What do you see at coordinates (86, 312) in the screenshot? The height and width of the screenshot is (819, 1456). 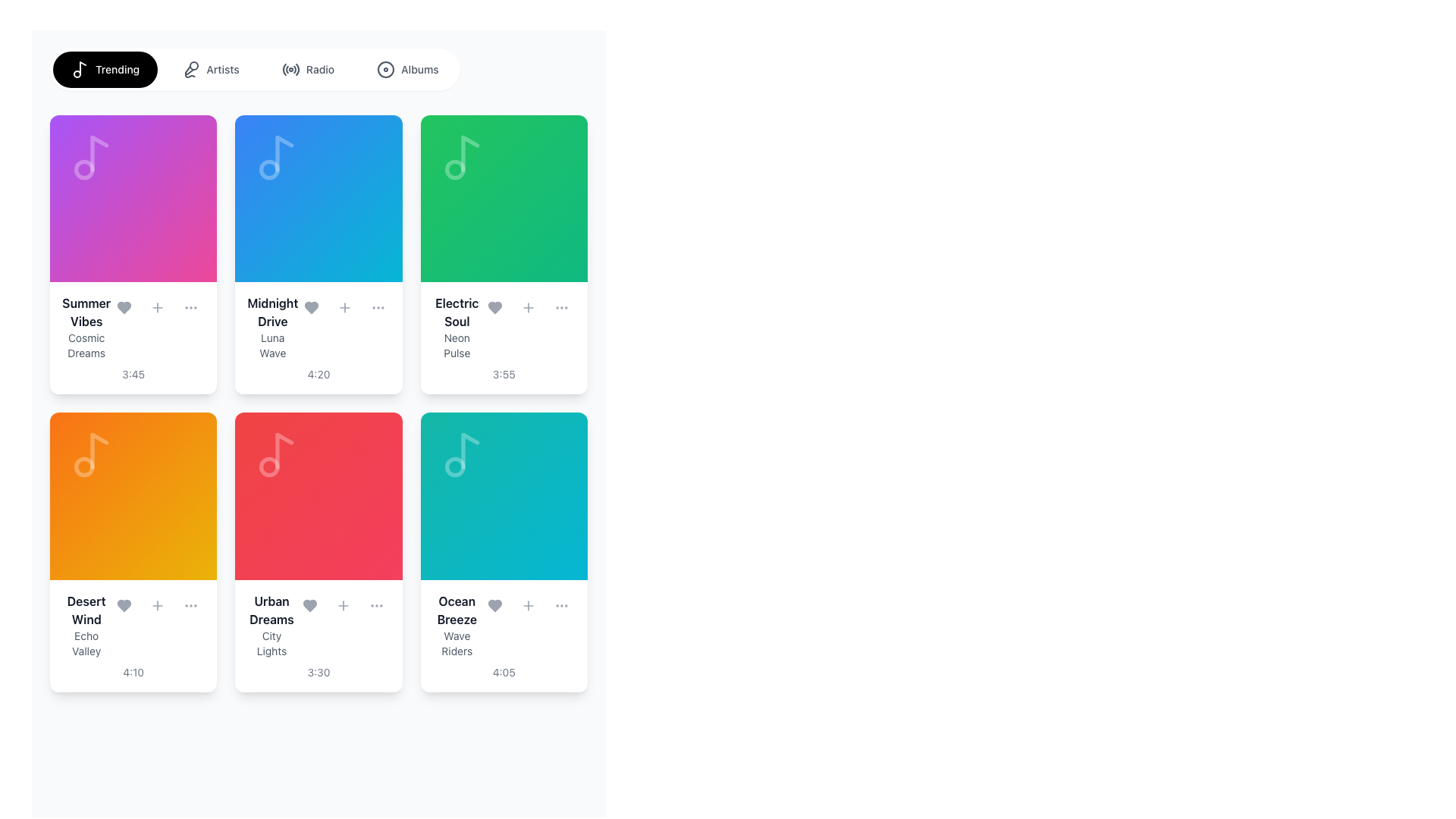 I see `text from the title label of the music card located at the top-left corner of the grid layout, which displays the album or playlist name above the subtitle 'Cosmic Dreams'` at bounding box center [86, 312].